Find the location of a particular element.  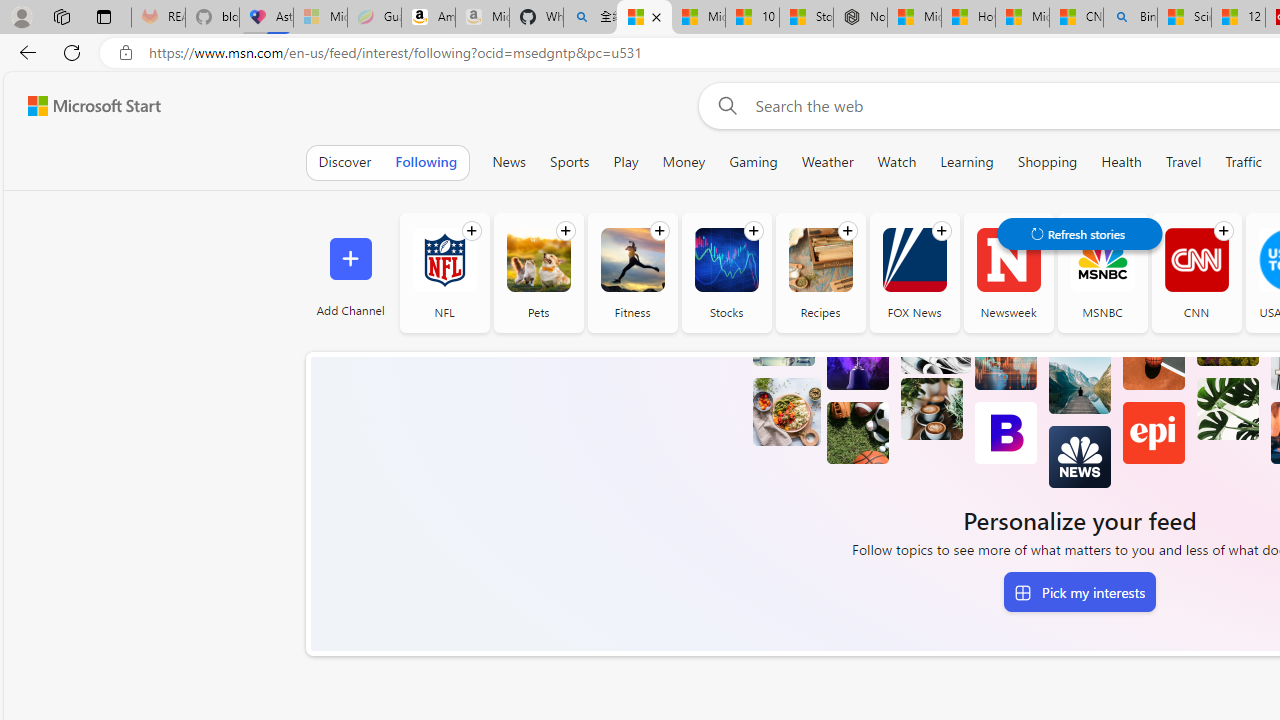

'Health' is located at coordinates (1121, 161).